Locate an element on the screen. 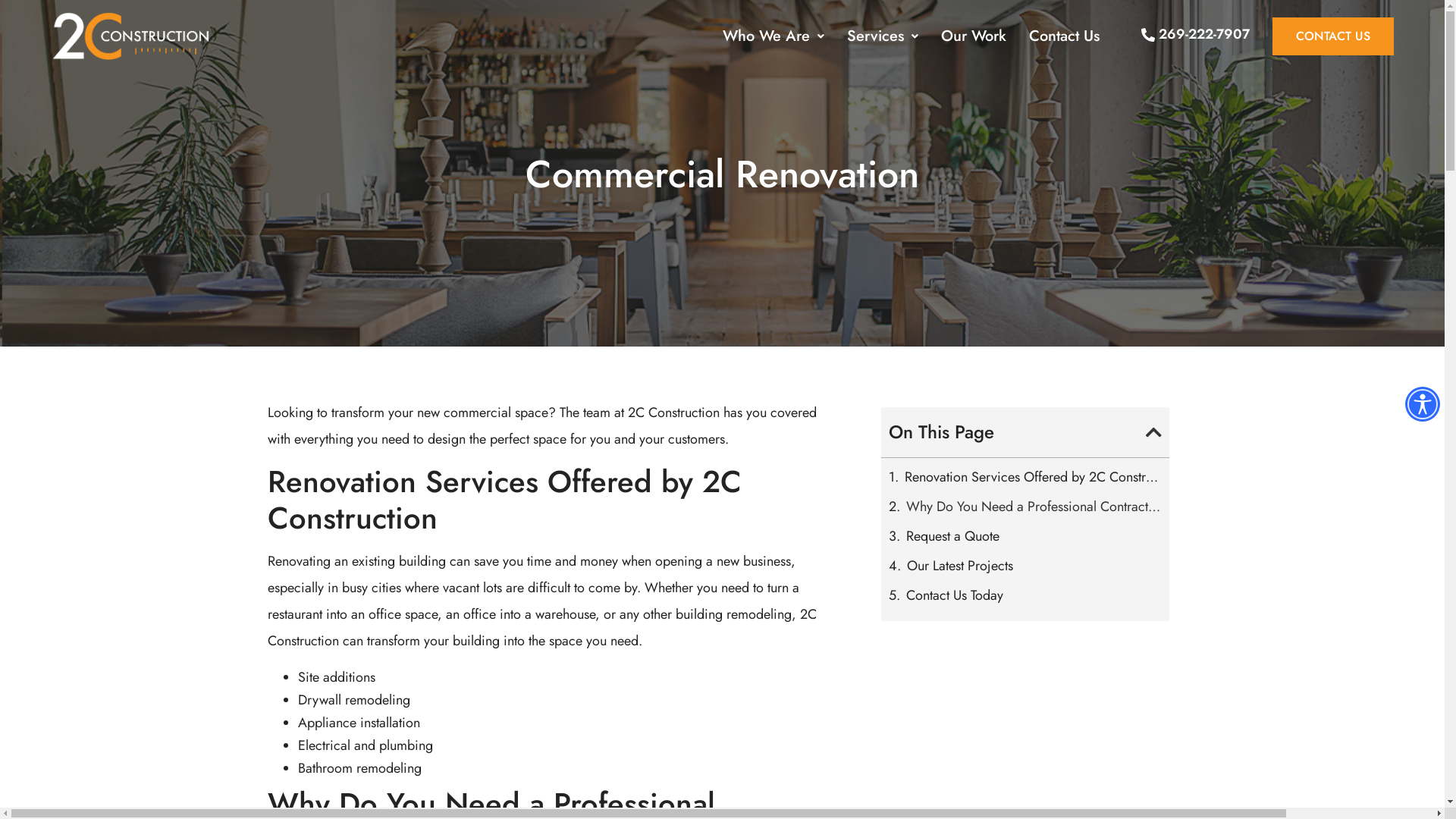 This screenshot has height=819, width=1456. 'Our Work' is located at coordinates (973, 35).